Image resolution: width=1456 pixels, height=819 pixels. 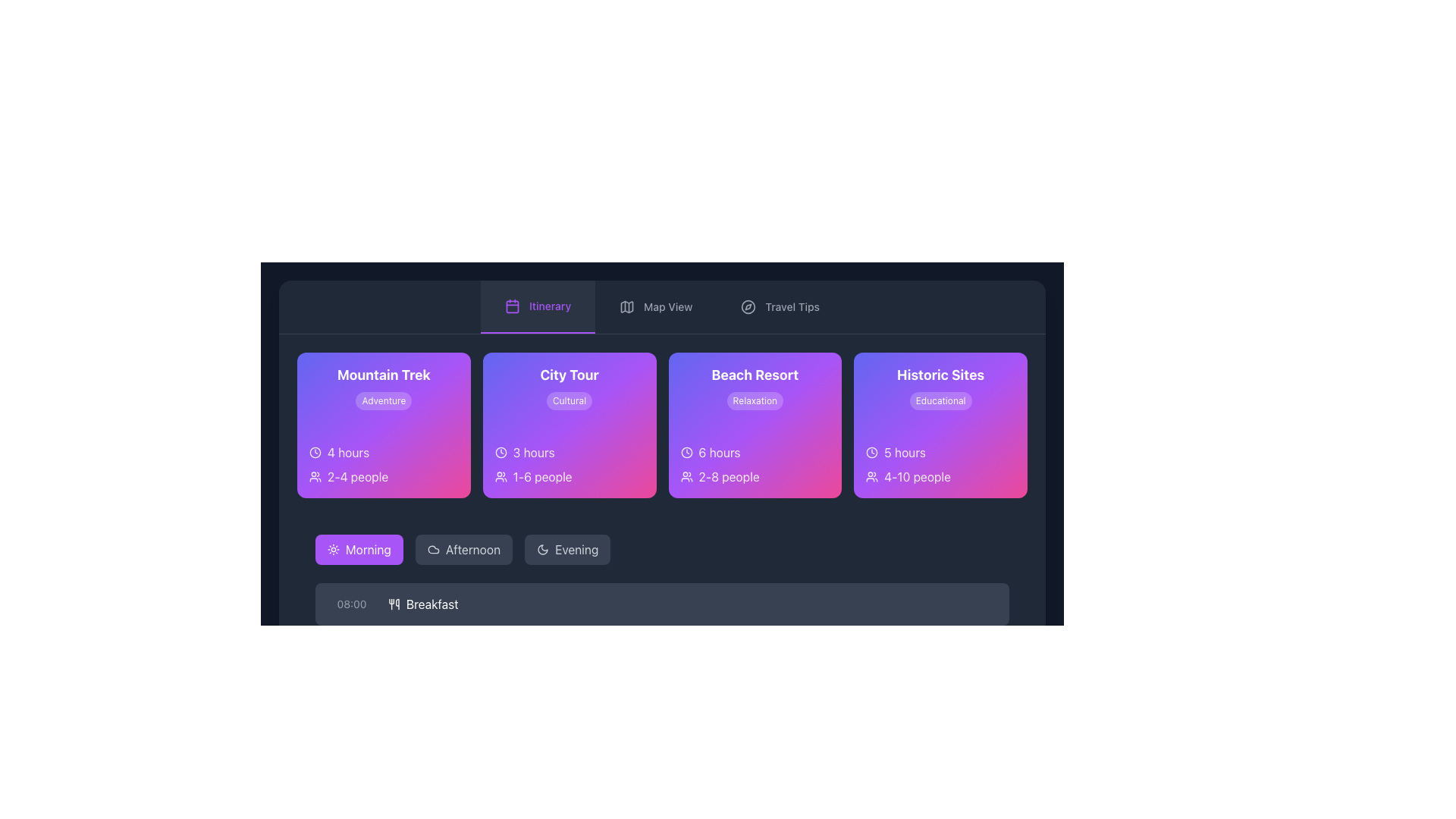 What do you see at coordinates (315, 475) in the screenshot?
I see `the group of people icon with a minimalist design, located to the left of the '2-4 people' text and below the '4 hours' text in the 'Mountain Trek' card` at bounding box center [315, 475].